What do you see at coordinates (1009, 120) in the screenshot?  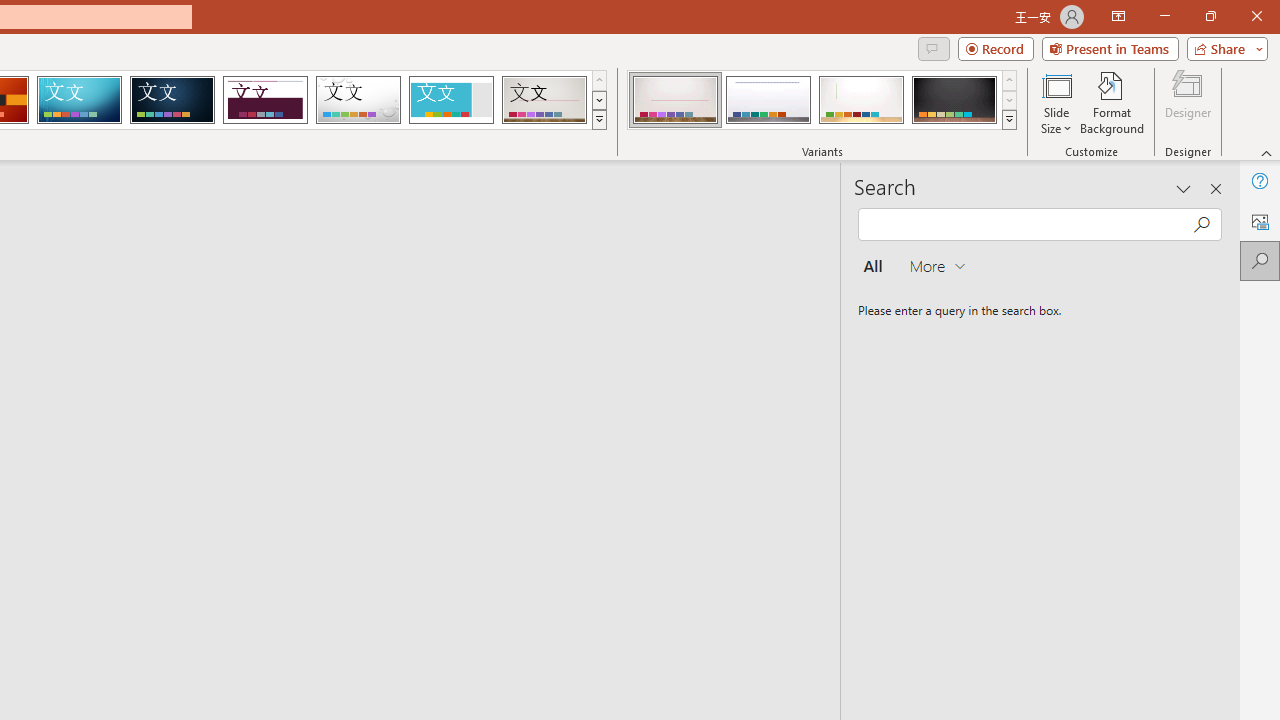 I see `'Variants'` at bounding box center [1009, 120].